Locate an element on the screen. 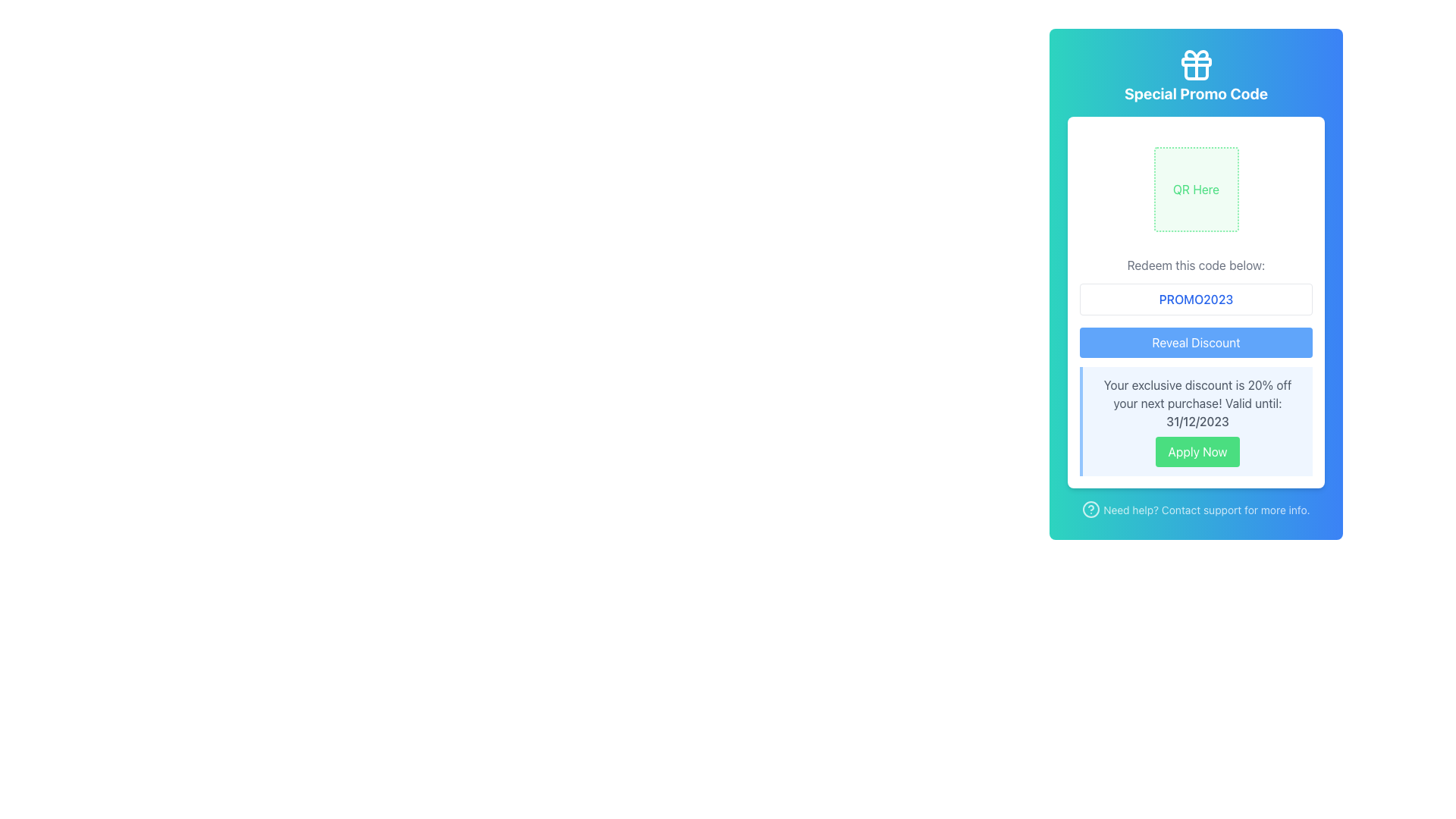 The image size is (1456, 819). the Text label displaying '31/12/2023', which is part of a promotional offer summary at the bottom-center of the card layout is located at coordinates (1197, 421).